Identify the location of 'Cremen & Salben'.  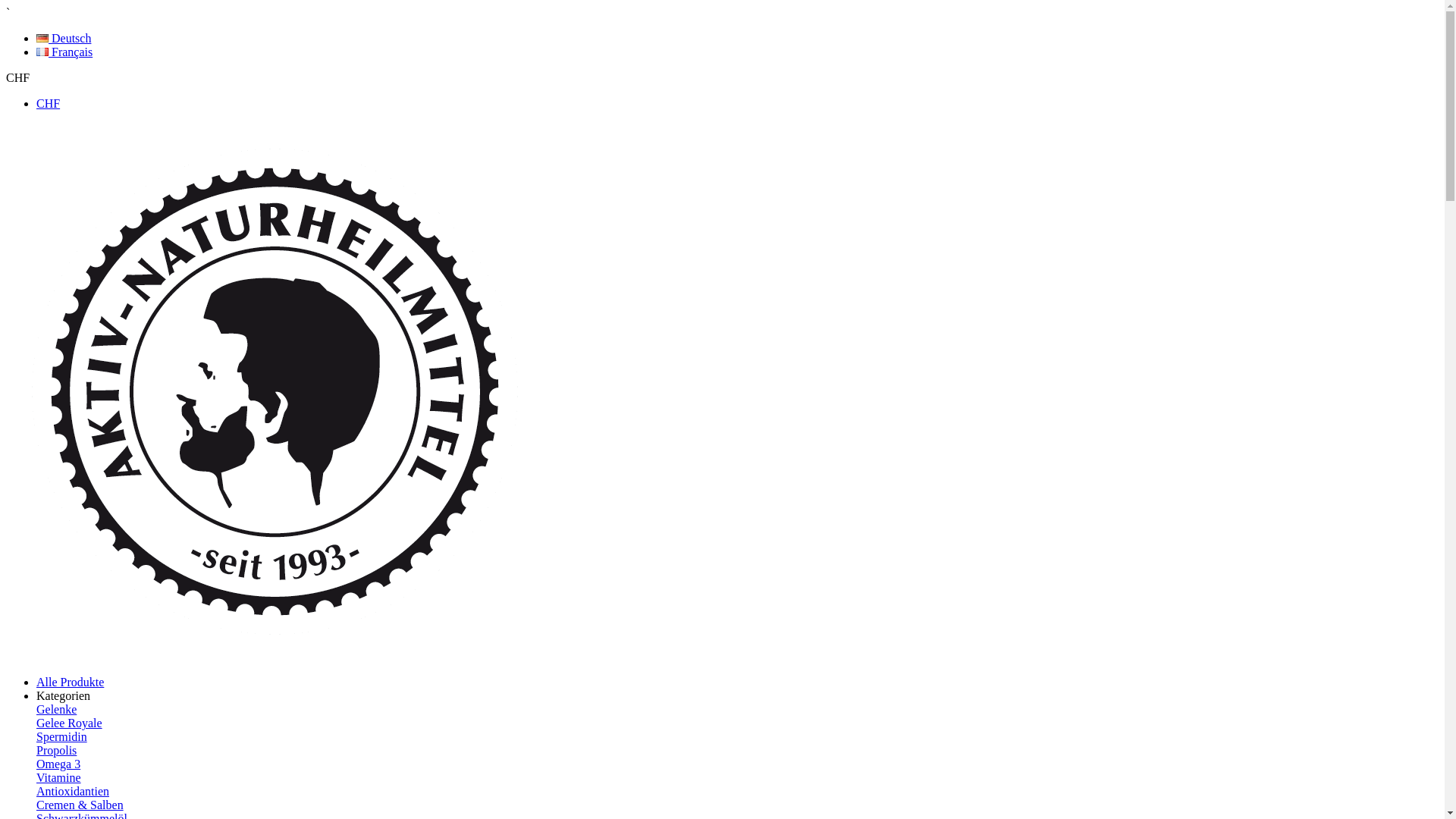
(79, 804).